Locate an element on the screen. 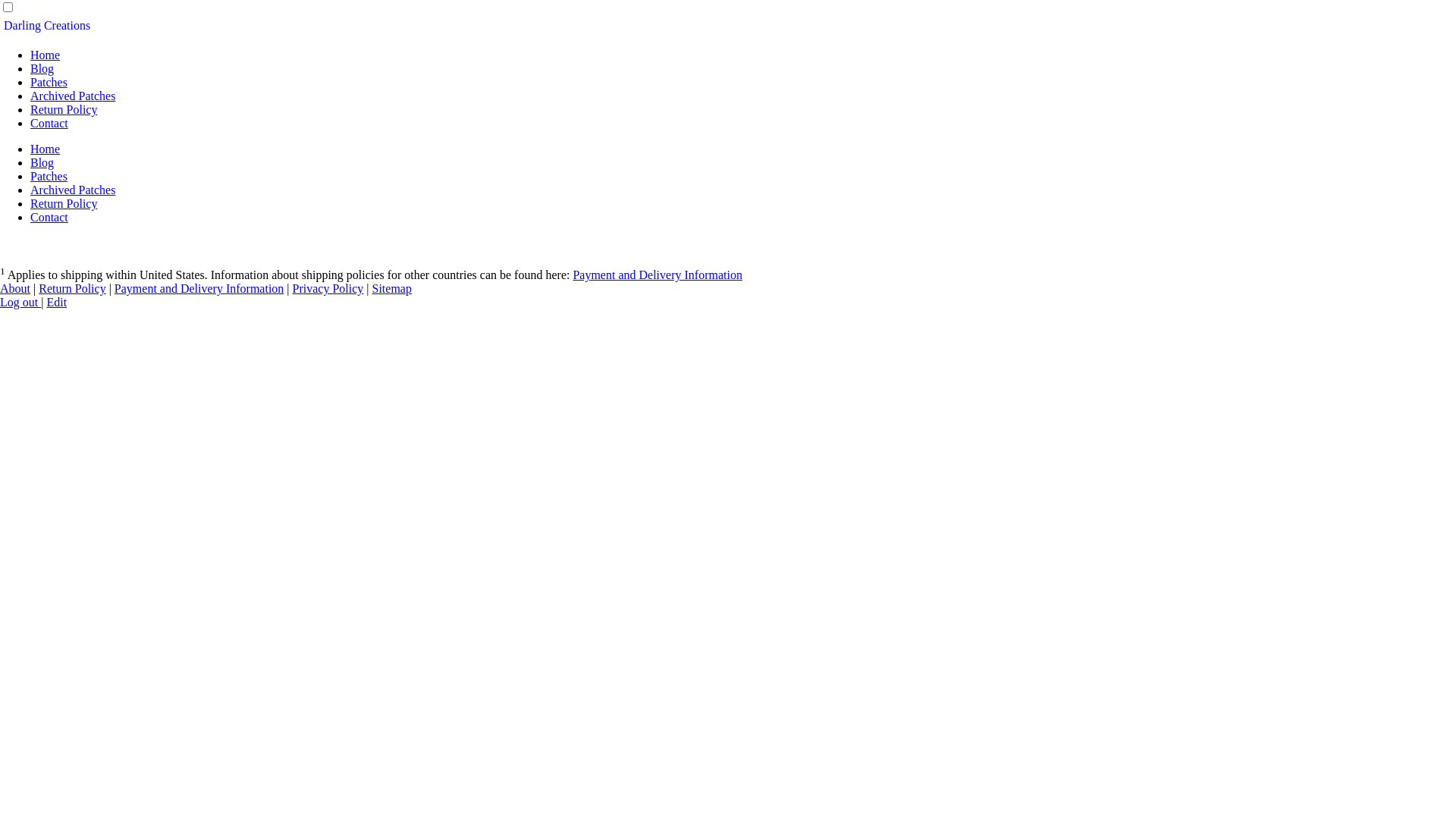 This screenshot has height=819, width=1456. 'Payment and Delivery Information' is located at coordinates (657, 275).